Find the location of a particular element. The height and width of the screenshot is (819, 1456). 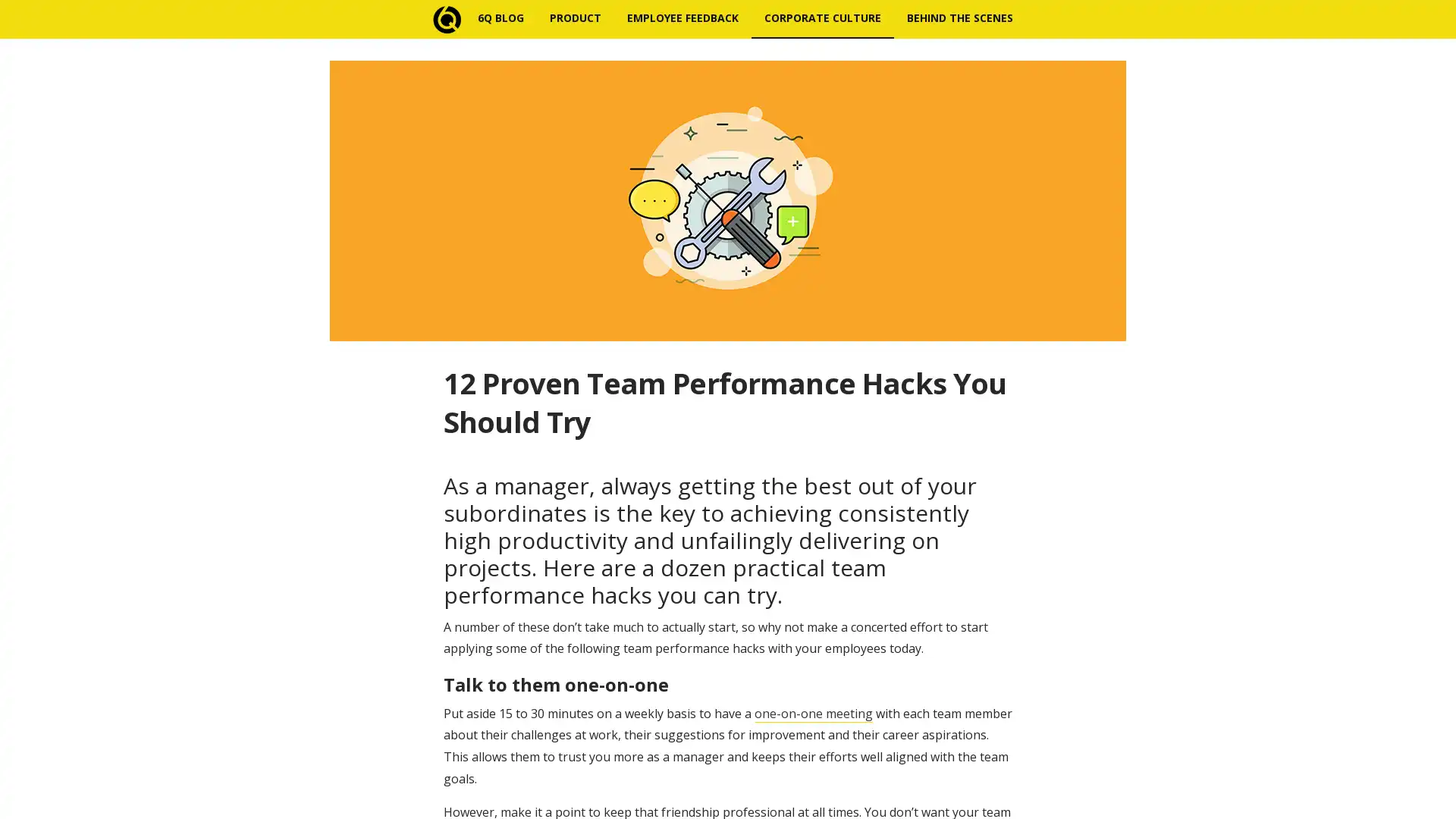

Subscribe is located at coordinates (895, 797).